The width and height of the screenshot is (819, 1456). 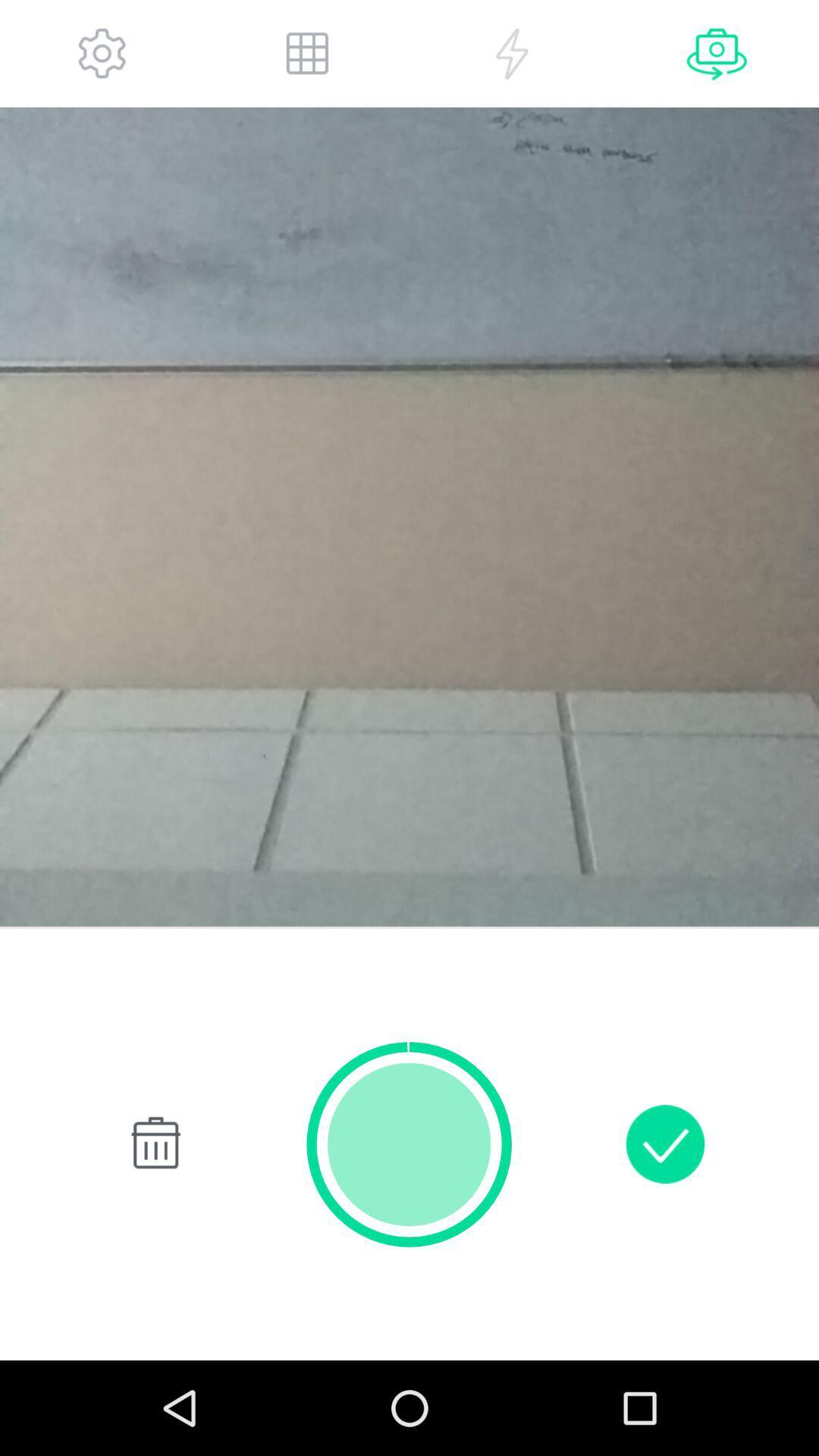 What do you see at coordinates (664, 1224) in the screenshot?
I see `the check icon` at bounding box center [664, 1224].